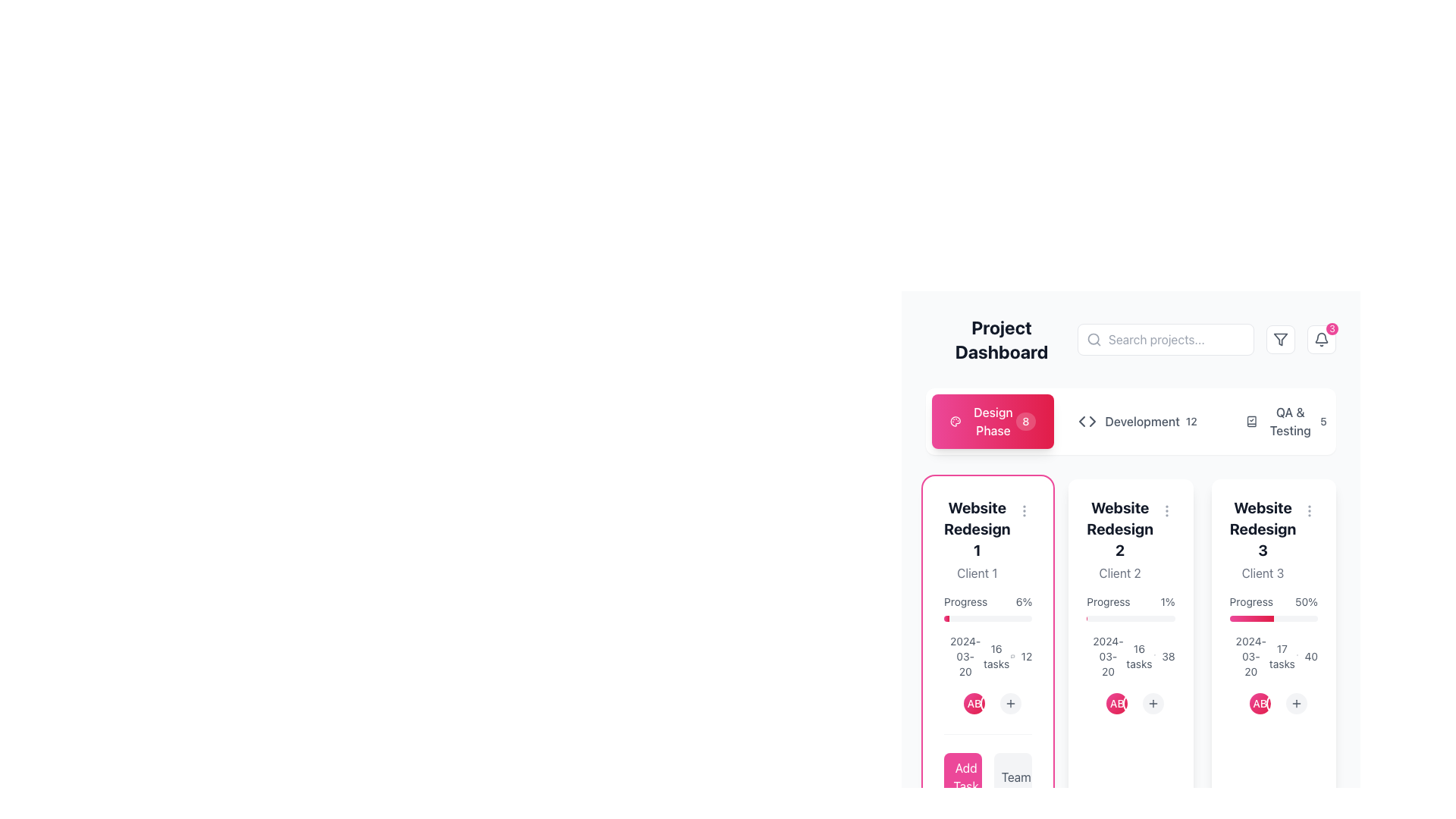  Describe the element at coordinates (1166, 511) in the screenshot. I see `the vertical ellipsis icon button located in the top-right corner of the 'Website Redesign 2' card` at that location.